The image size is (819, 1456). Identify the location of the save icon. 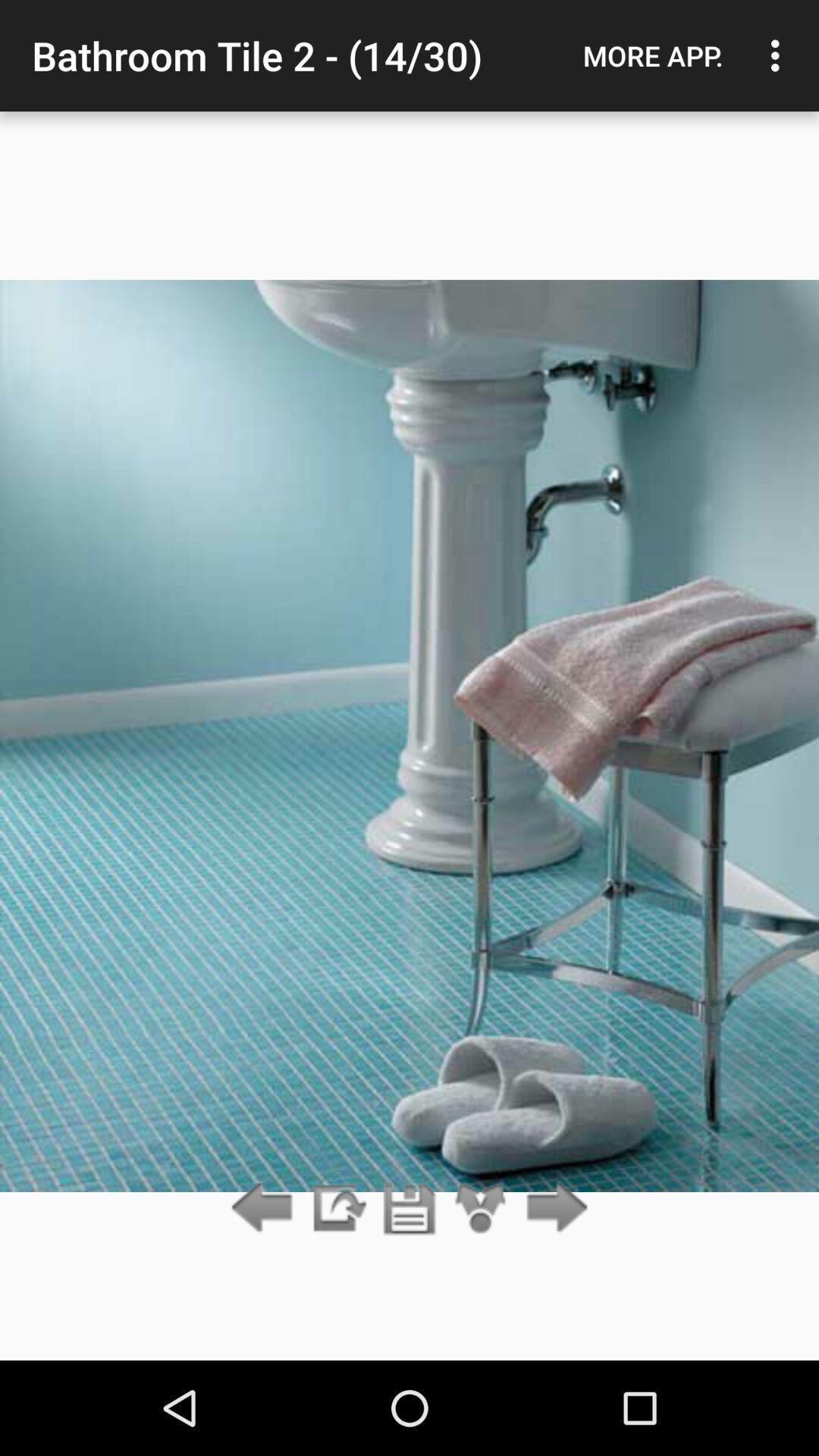
(409, 1208).